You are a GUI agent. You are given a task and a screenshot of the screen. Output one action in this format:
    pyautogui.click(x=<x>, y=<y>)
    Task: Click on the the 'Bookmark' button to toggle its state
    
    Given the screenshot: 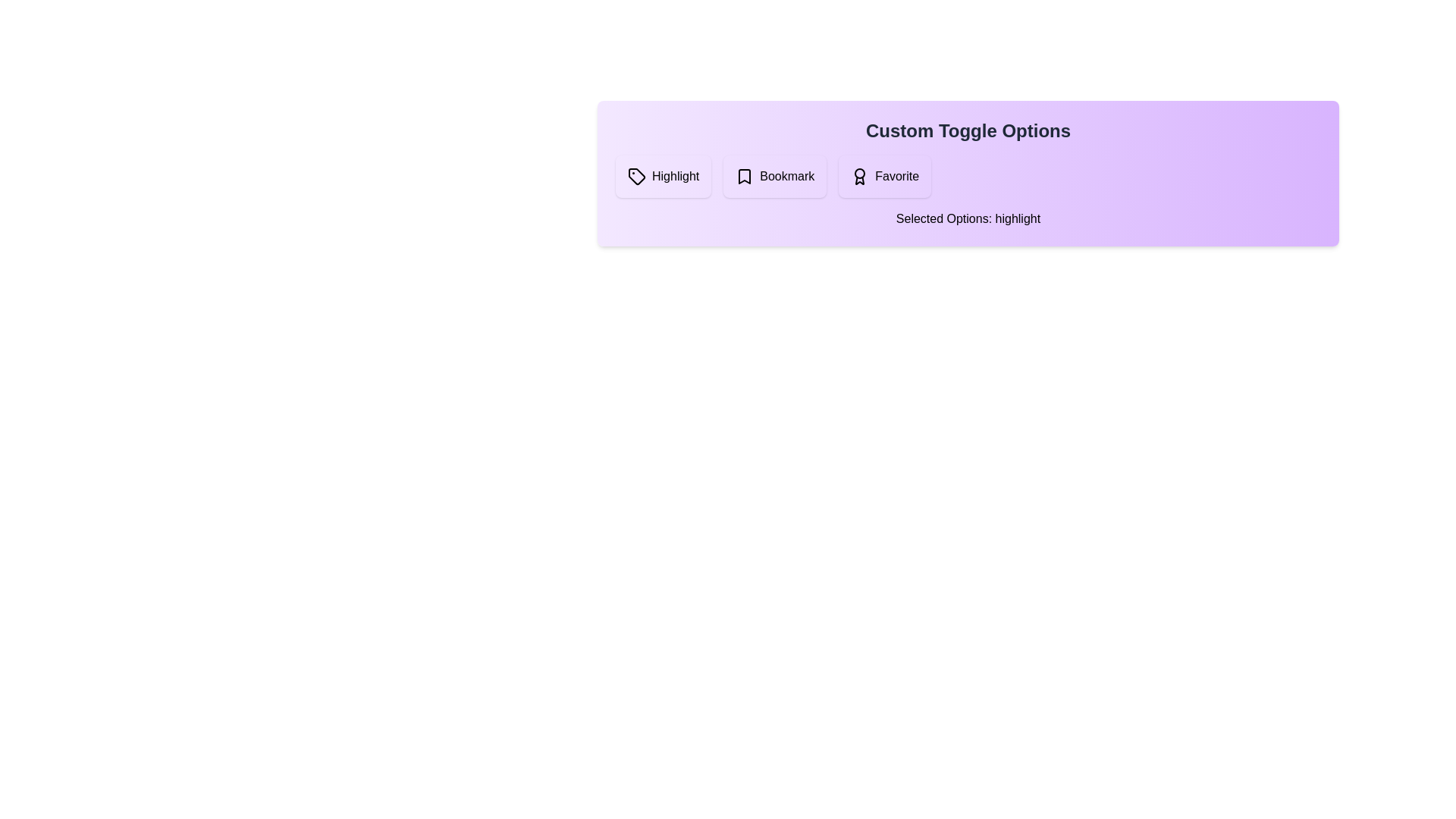 What is the action you would take?
    pyautogui.click(x=775, y=175)
    